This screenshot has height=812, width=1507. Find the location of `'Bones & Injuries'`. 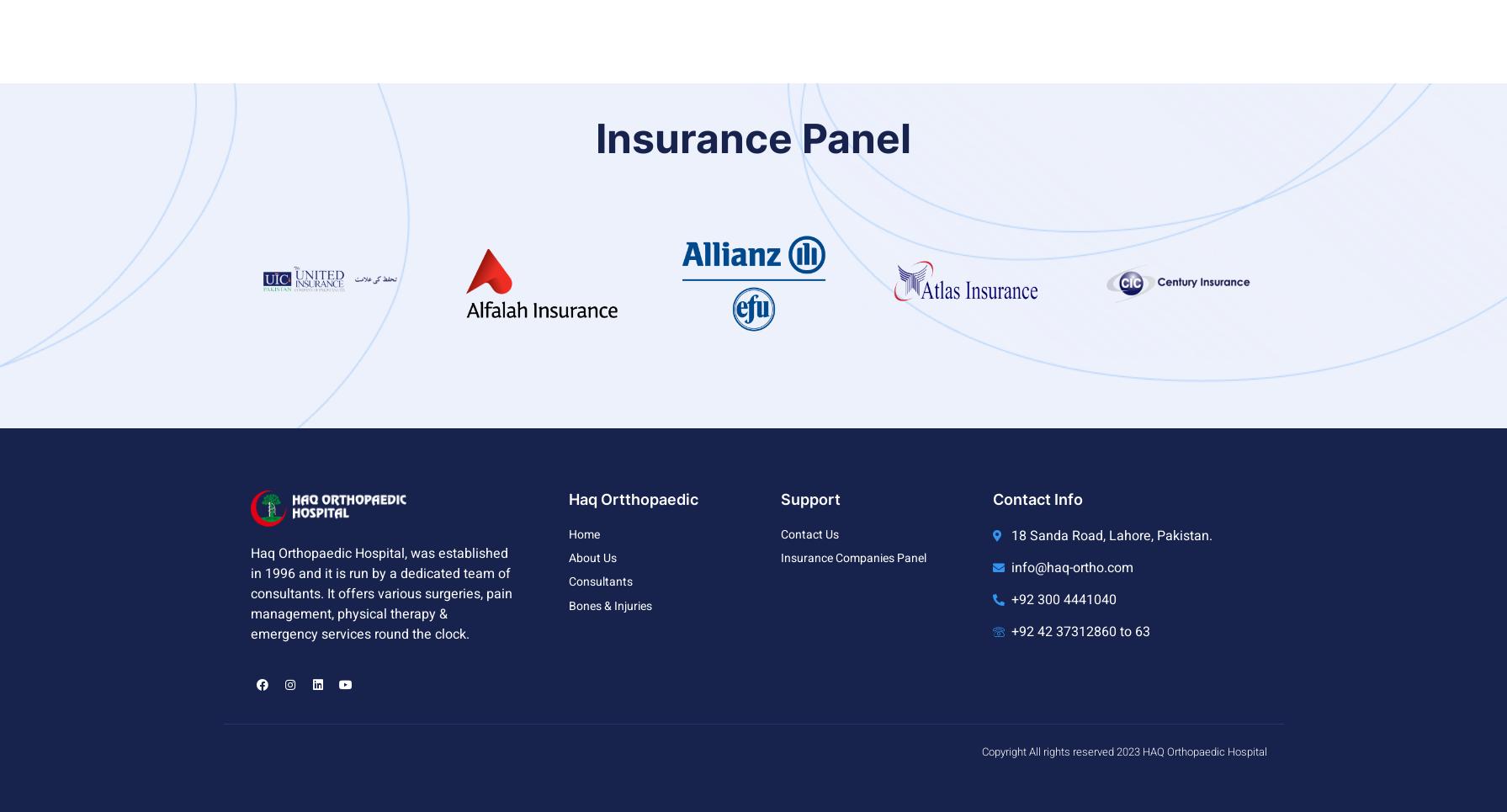

'Bones & Injuries' is located at coordinates (609, 605).